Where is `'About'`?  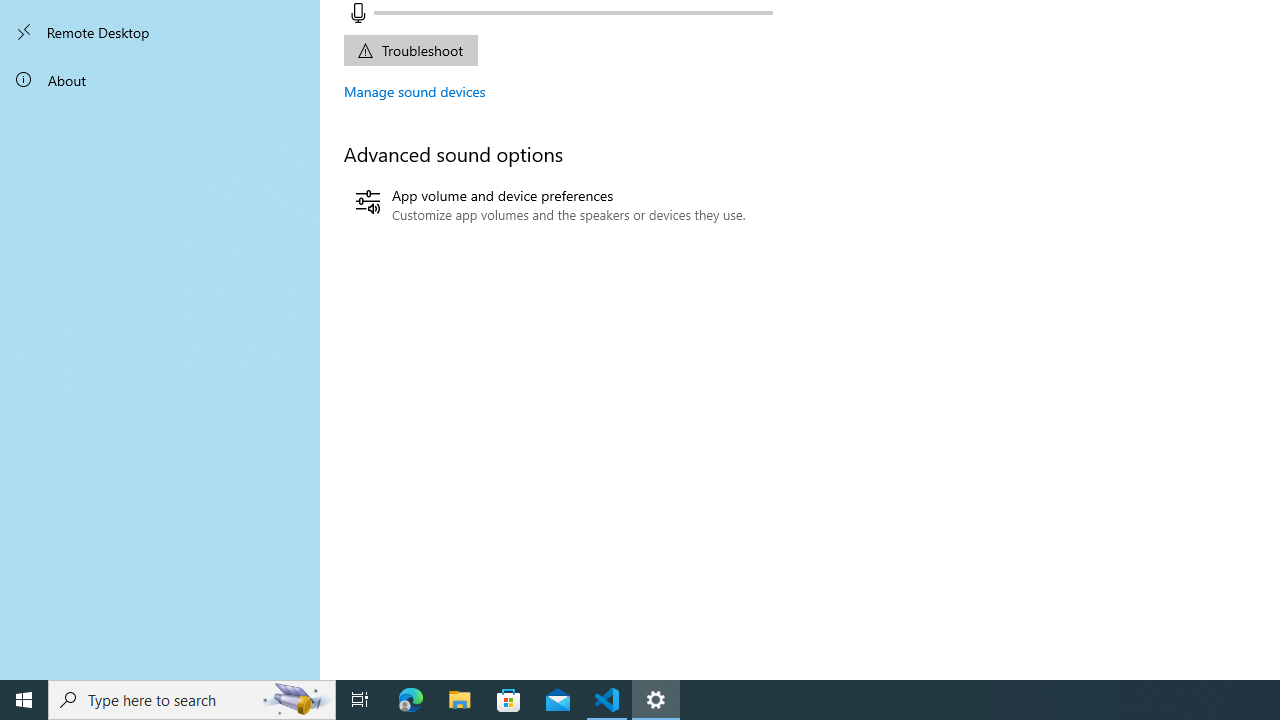 'About' is located at coordinates (160, 78).